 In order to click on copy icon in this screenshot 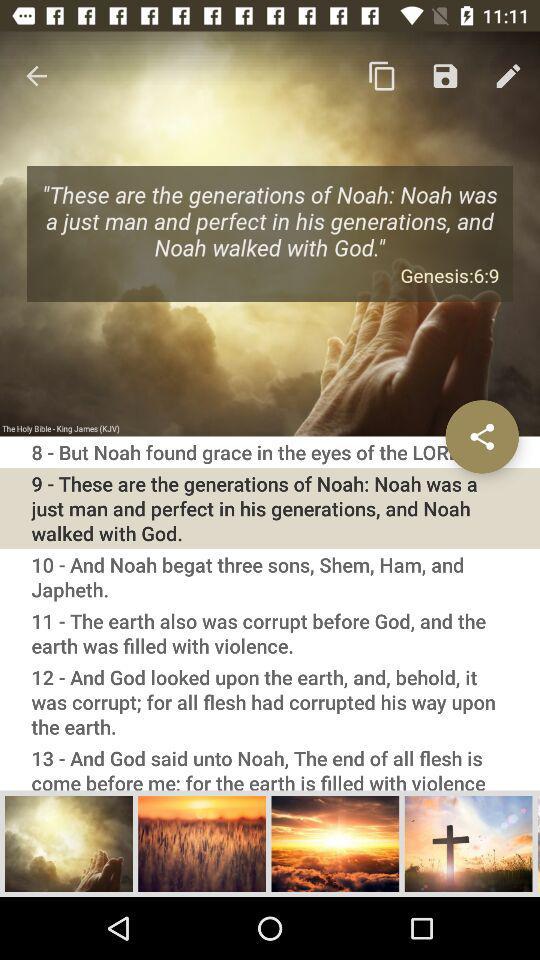, I will do `click(382, 76)`.